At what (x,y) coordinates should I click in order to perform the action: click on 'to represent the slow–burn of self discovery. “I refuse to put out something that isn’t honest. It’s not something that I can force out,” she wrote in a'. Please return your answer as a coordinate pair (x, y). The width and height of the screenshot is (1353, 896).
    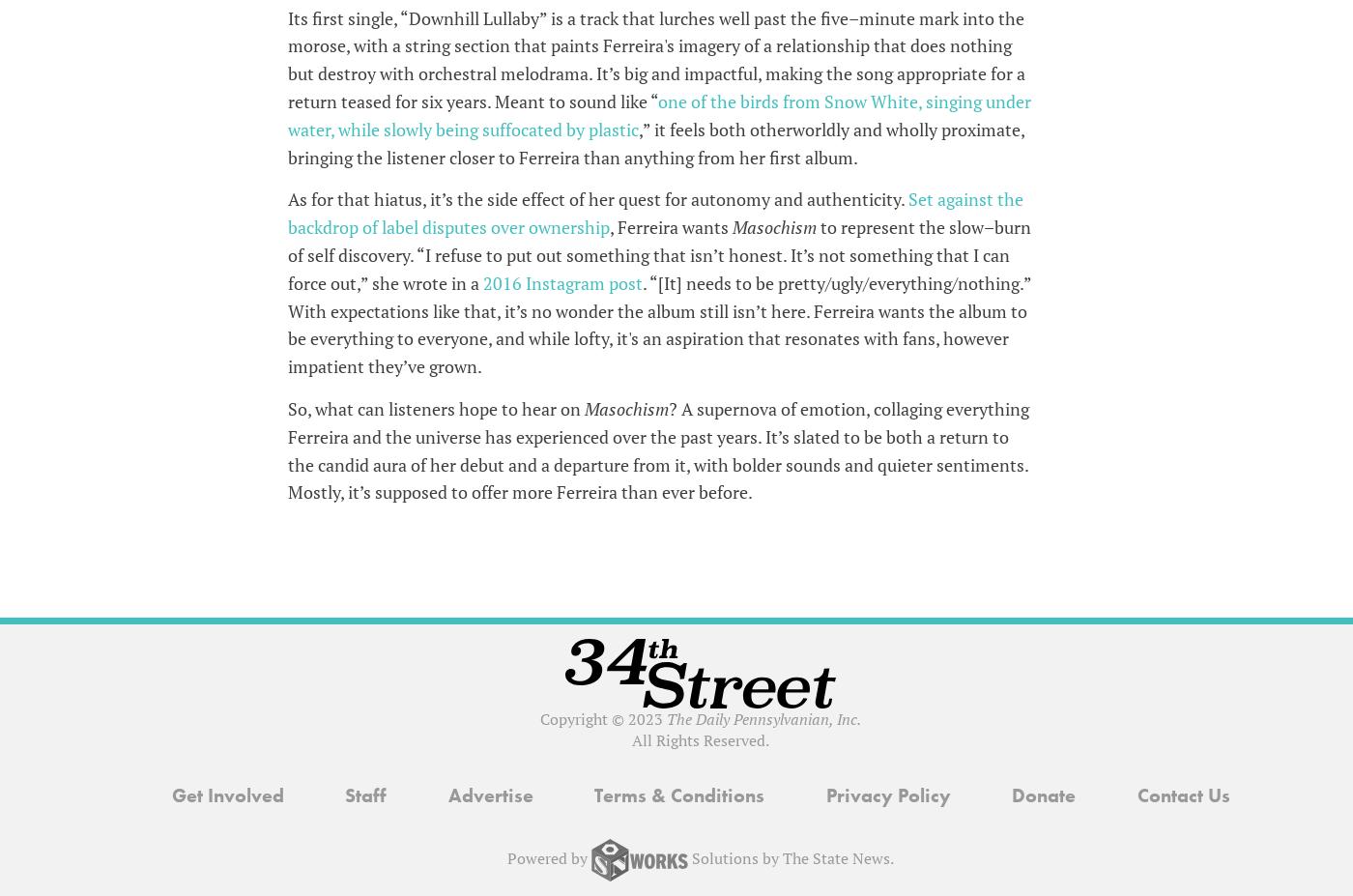
    Looking at the image, I should click on (286, 254).